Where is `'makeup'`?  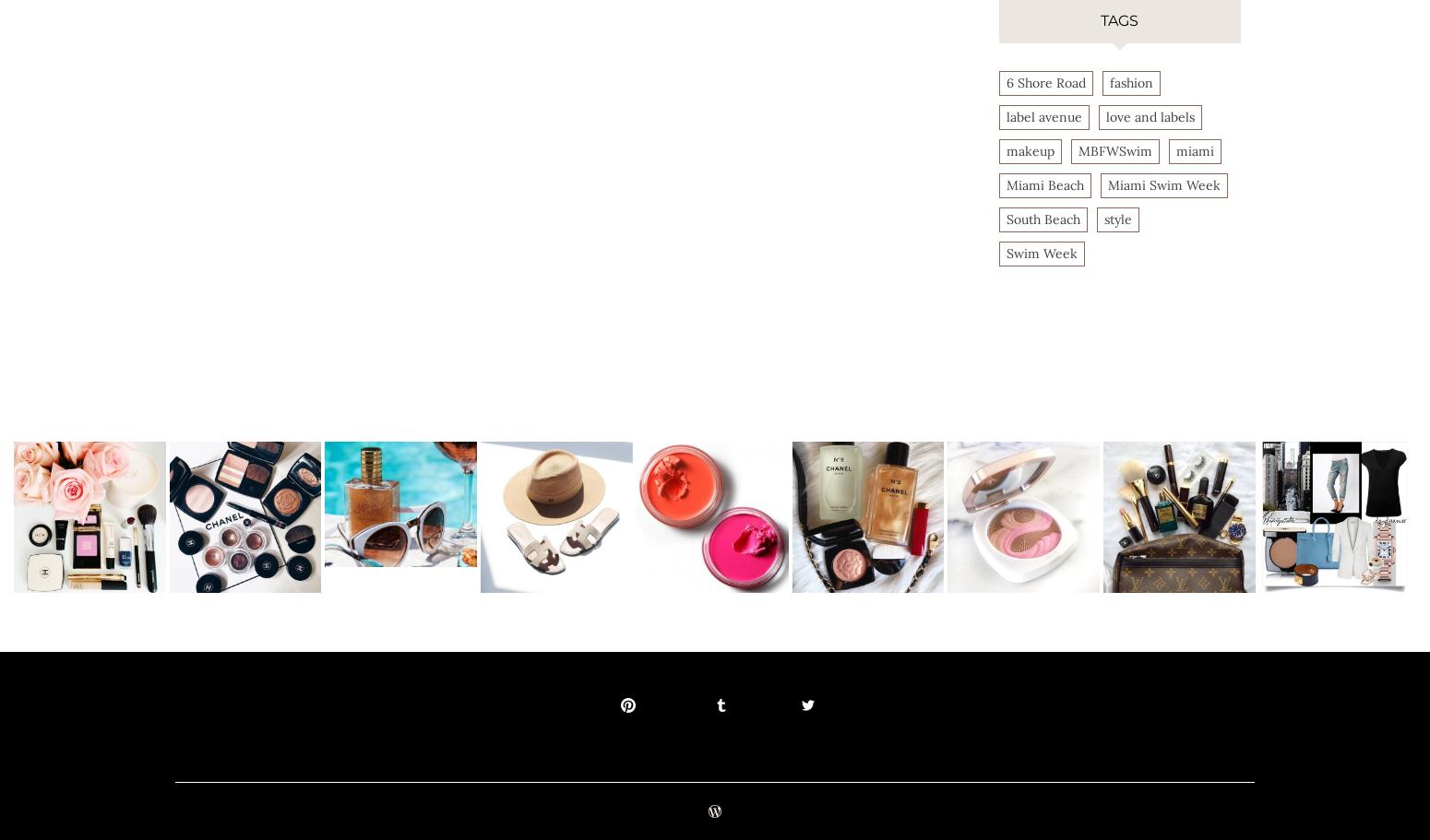 'makeup' is located at coordinates (1029, 149).